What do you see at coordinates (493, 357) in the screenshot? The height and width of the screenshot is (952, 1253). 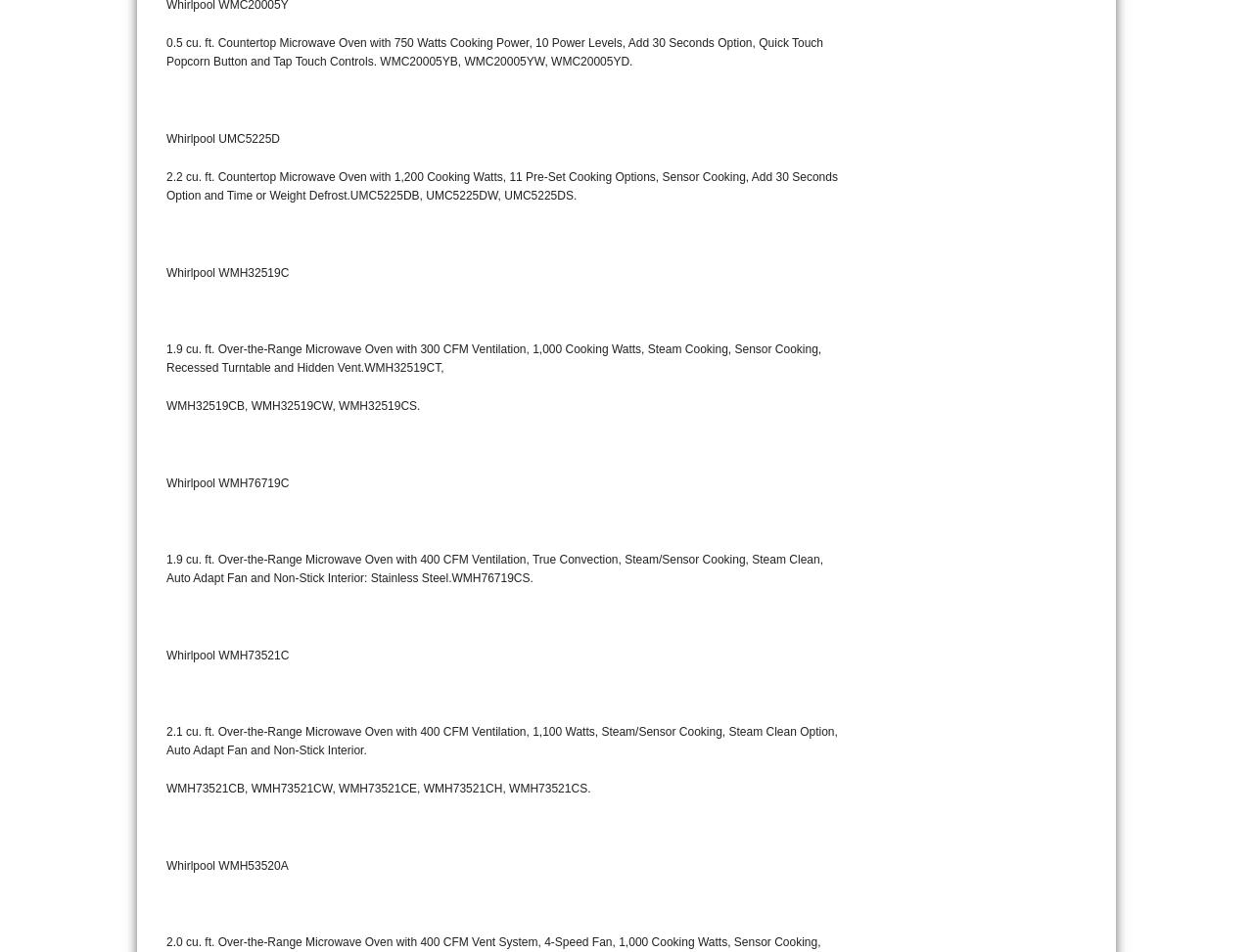 I see `'1.9 cu. ft. Over-the-Range Microwave Oven with 300 CFM Ventilation, 1,000 Cooking Watts, Steam Cooking, Sensor Cooking, Recessed Turntable and Hidden Vent.WMH32519CT,'` at bounding box center [493, 357].